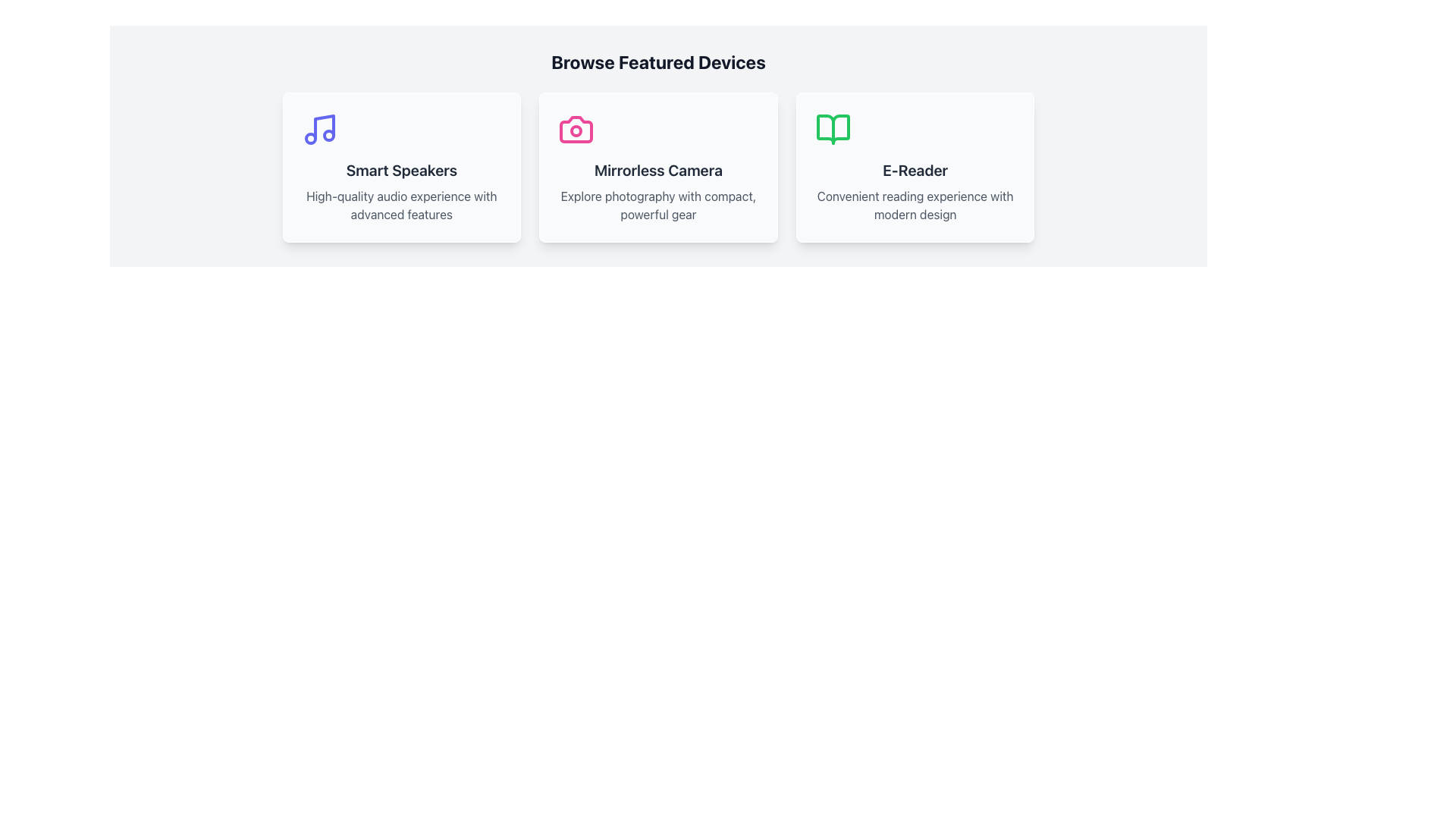 The image size is (1456, 819). Describe the element at coordinates (576, 128) in the screenshot. I see `the mirrorless cameras icon located in the upper visual element of the middle card within the 'Browse Featured Devices' section` at that location.